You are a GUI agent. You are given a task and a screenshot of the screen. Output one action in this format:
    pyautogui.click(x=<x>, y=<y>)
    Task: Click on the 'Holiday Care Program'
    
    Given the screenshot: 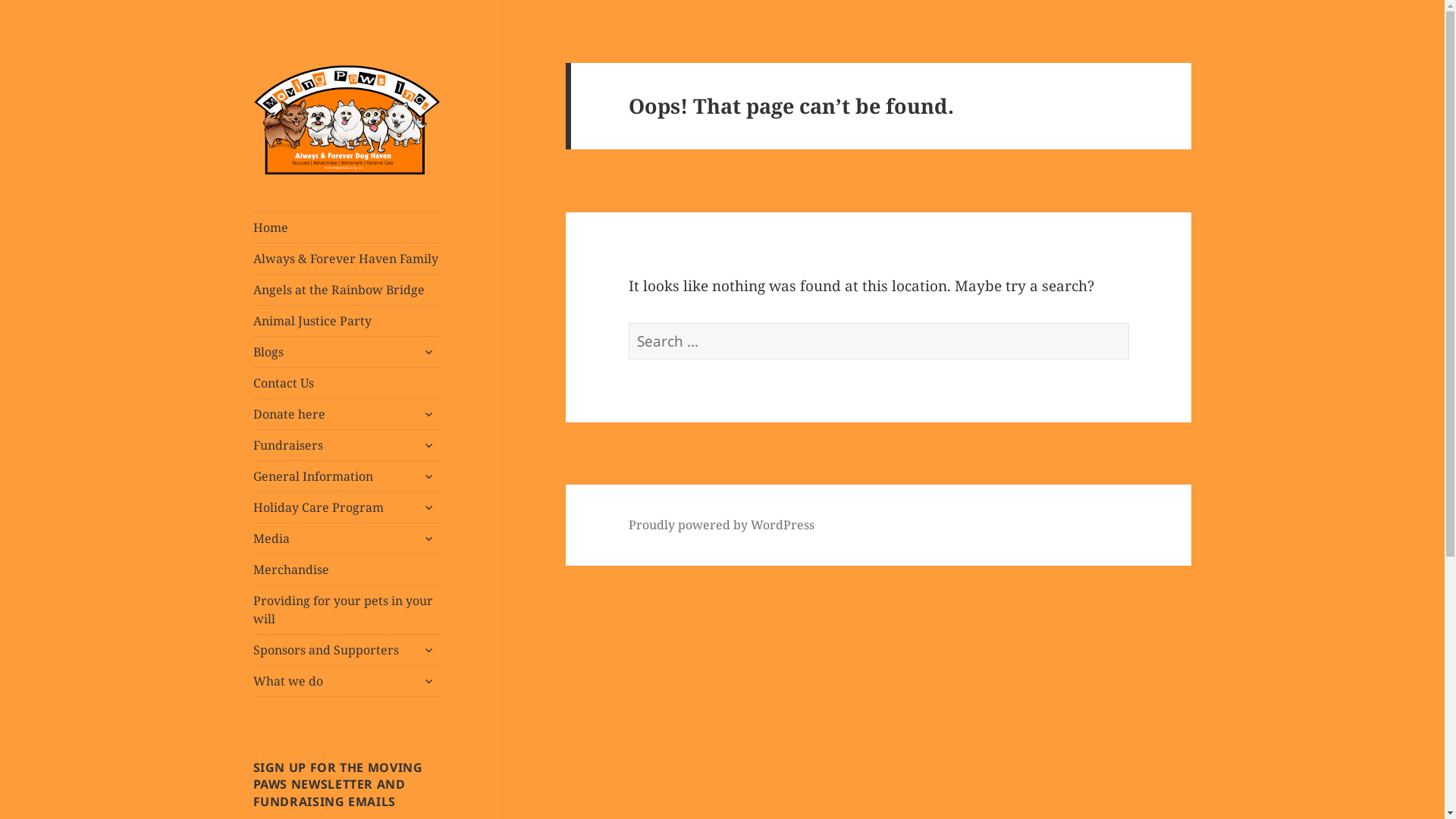 What is the action you would take?
    pyautogui.click(x=346, y=507)
    